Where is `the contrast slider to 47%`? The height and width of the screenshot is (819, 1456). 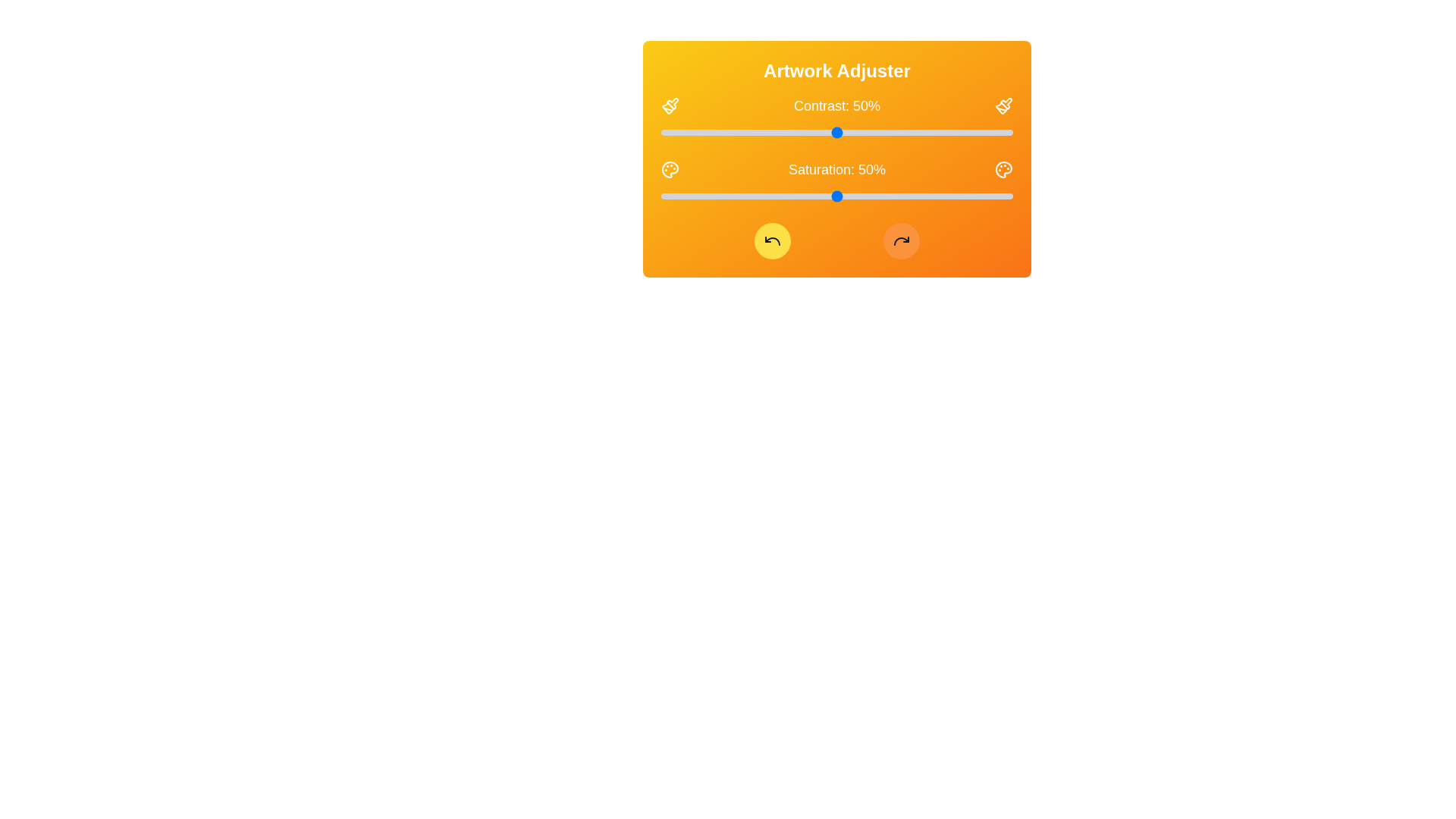 the contrast slider to 47% is located at coordinates (825, 131).